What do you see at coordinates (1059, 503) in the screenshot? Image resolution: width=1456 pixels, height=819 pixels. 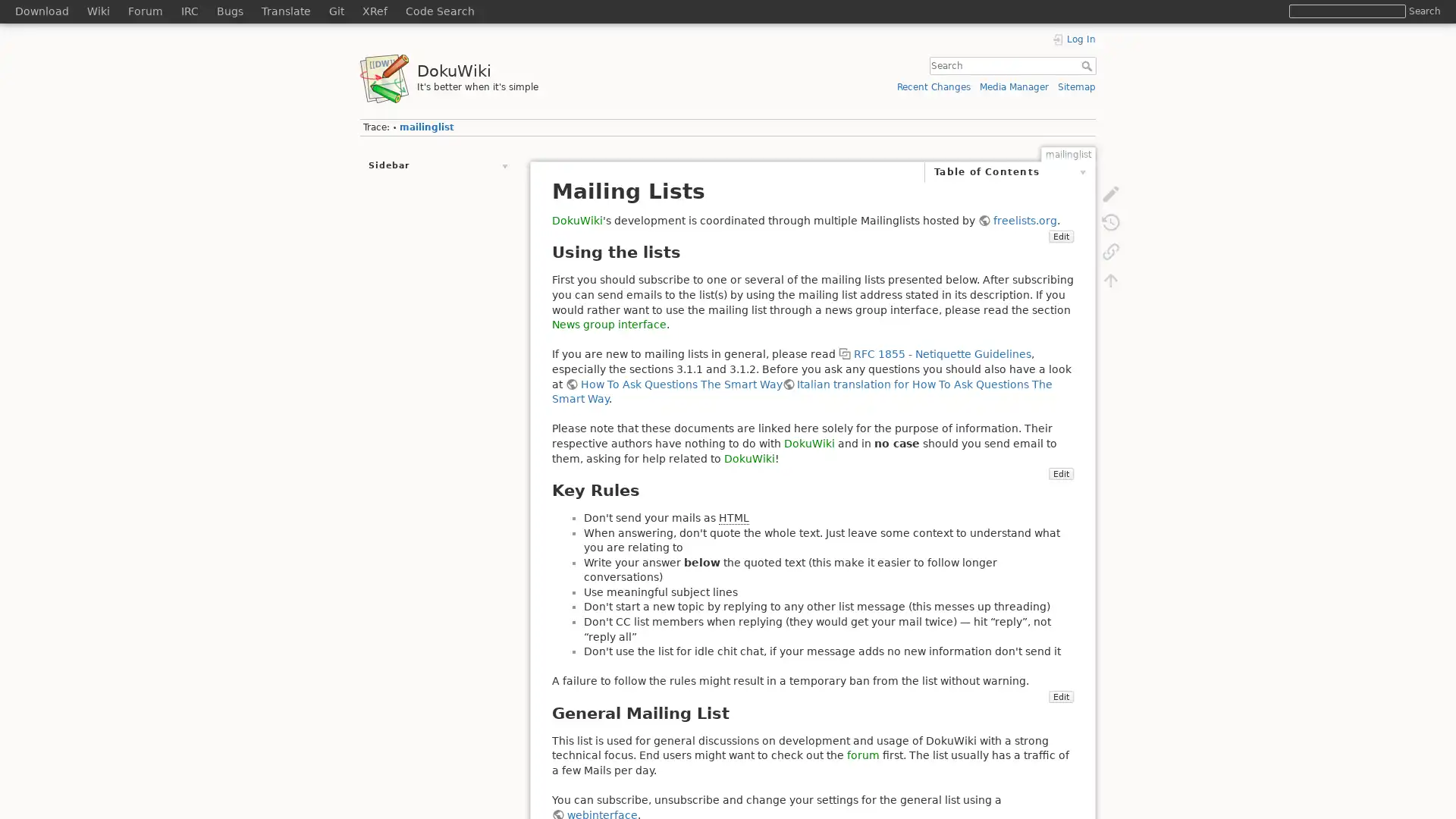 I see `Edit` at bounding box center [1059, 503].